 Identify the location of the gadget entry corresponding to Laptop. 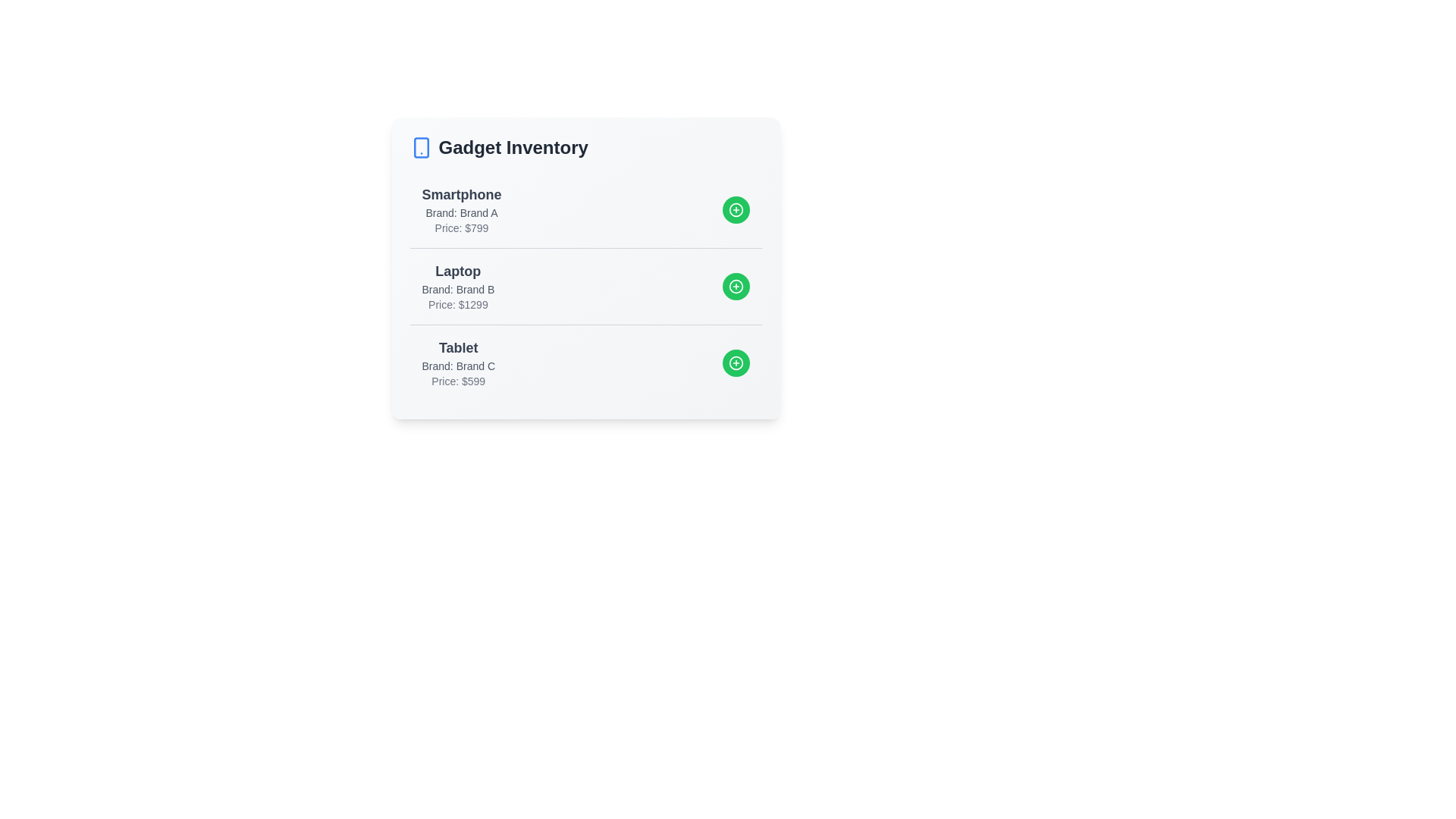
(585, 286).